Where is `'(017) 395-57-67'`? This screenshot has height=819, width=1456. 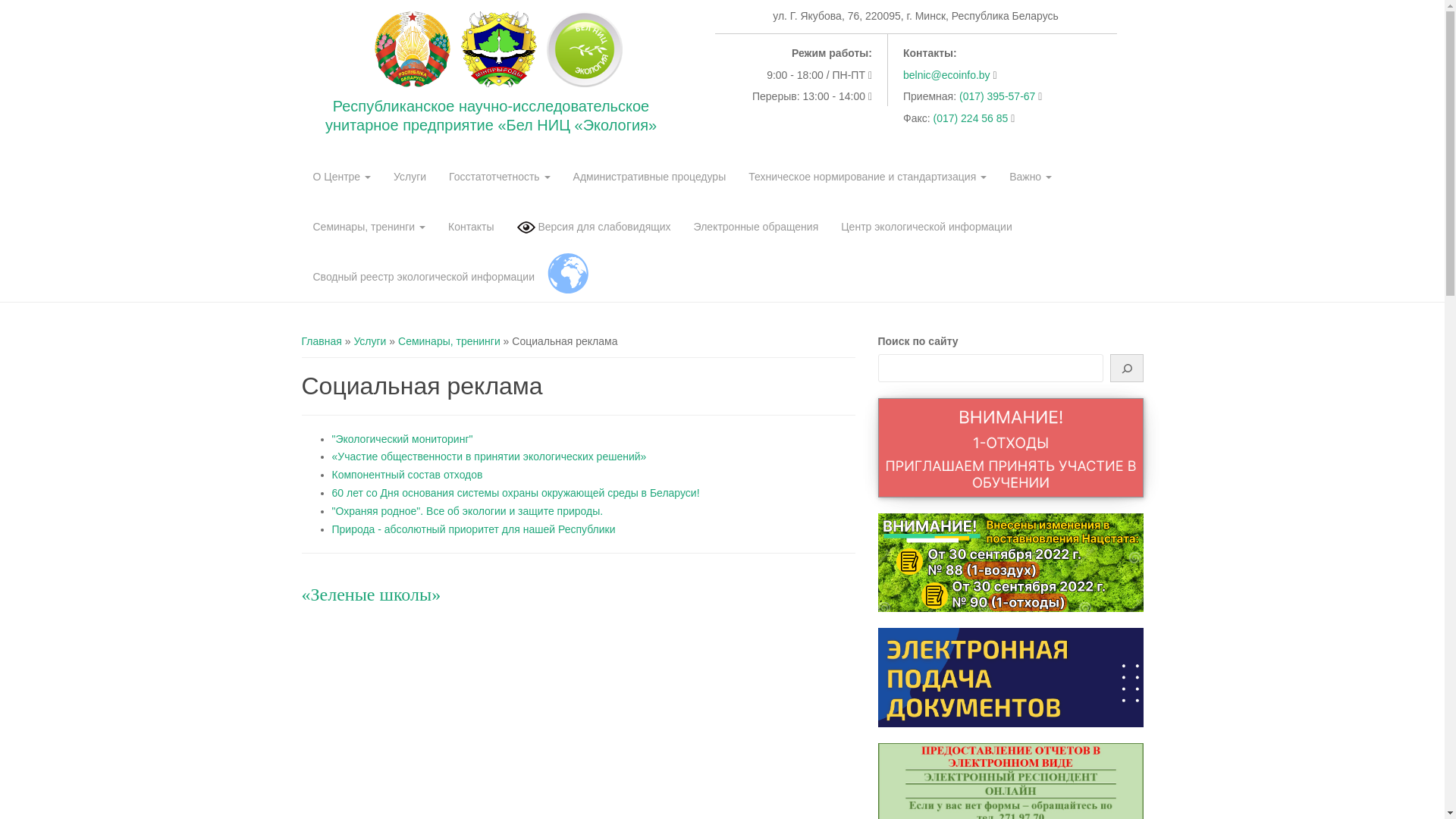 '(017) 395-57-67' is located at coordinates (998, 96).